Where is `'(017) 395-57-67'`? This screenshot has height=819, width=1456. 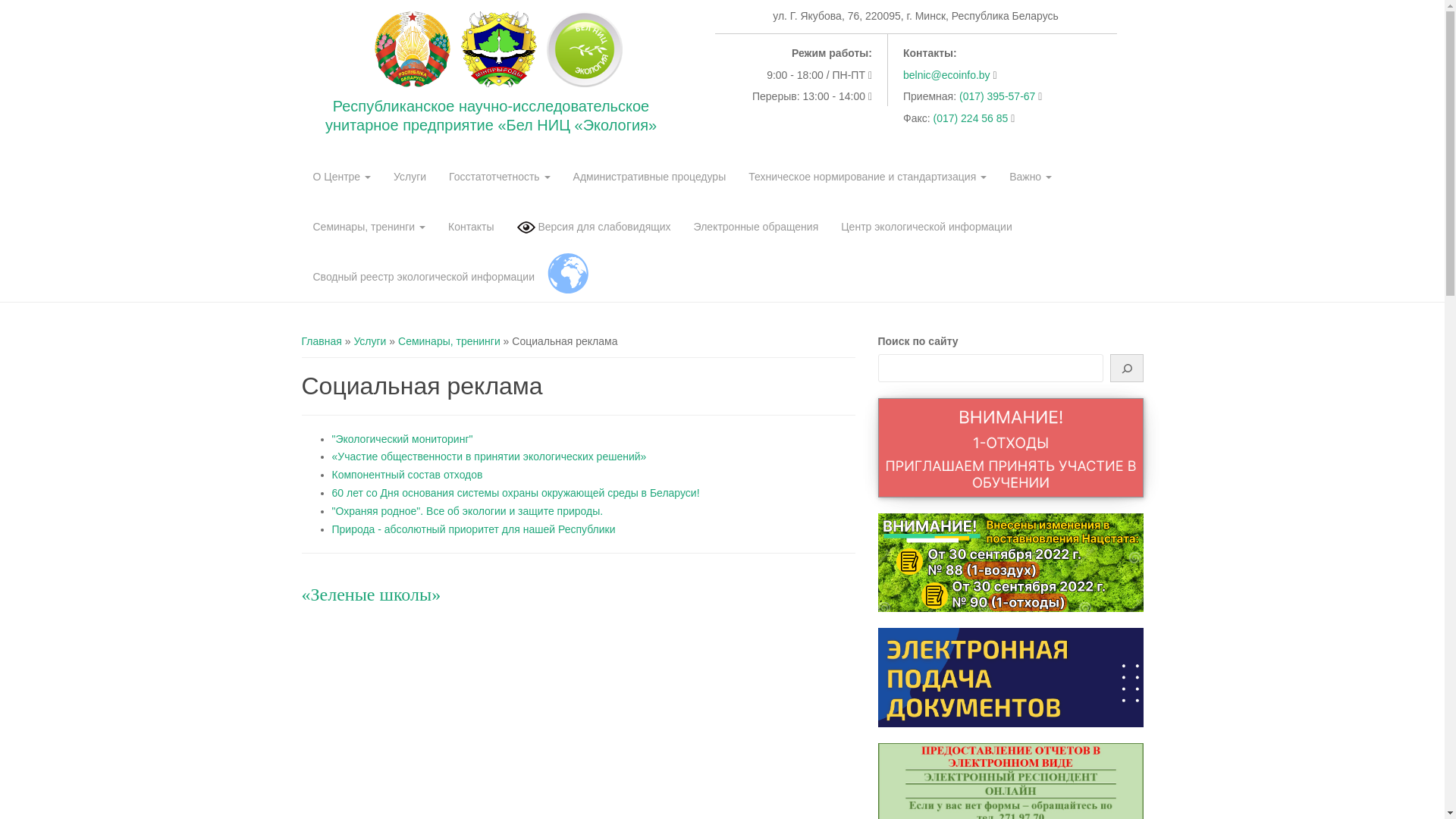 '(017) 395-57-67' is located at coordinates (998, 96).